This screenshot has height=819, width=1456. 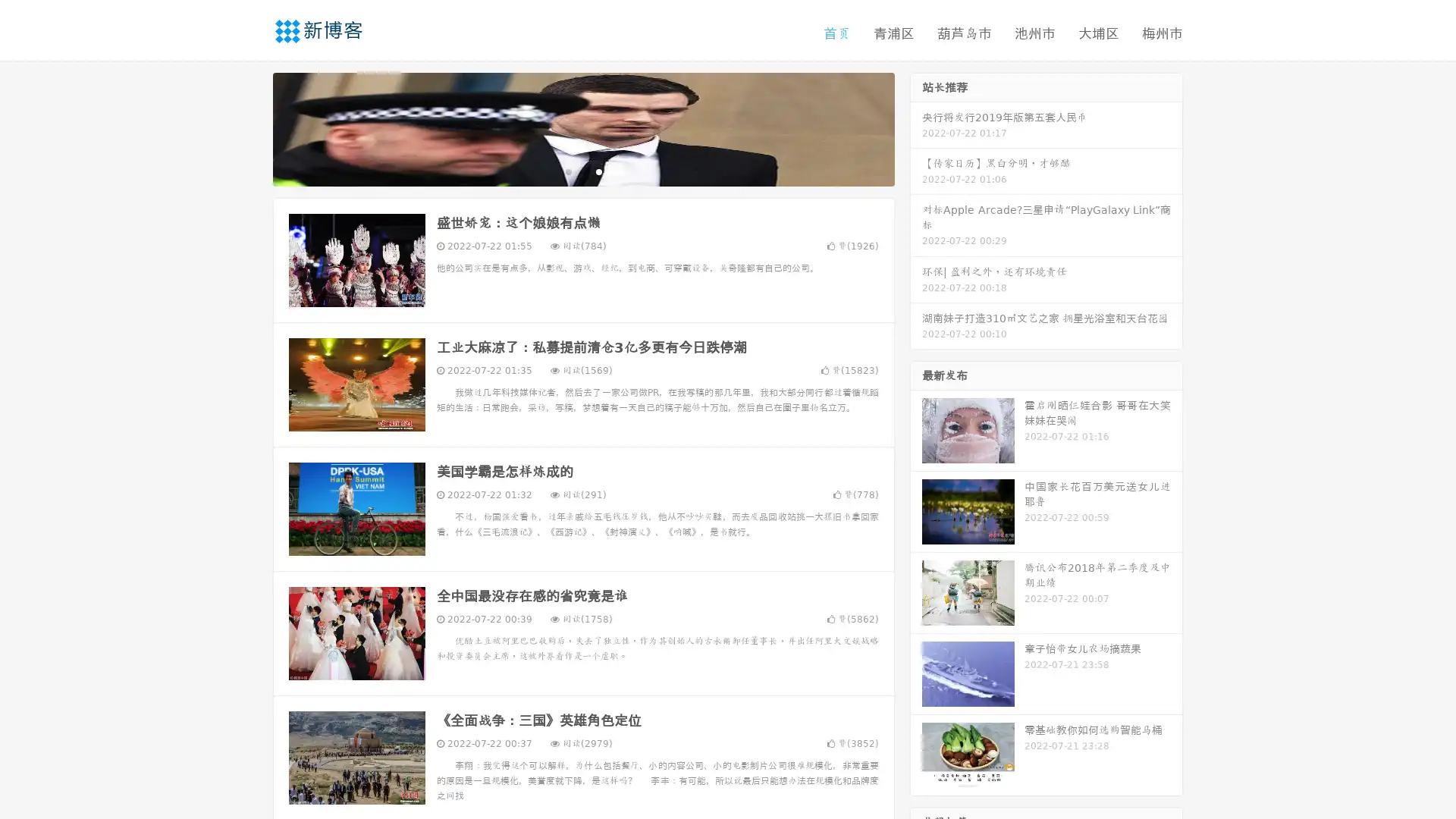 I want to click on Go to slide 2, so click(x=582, y=171).